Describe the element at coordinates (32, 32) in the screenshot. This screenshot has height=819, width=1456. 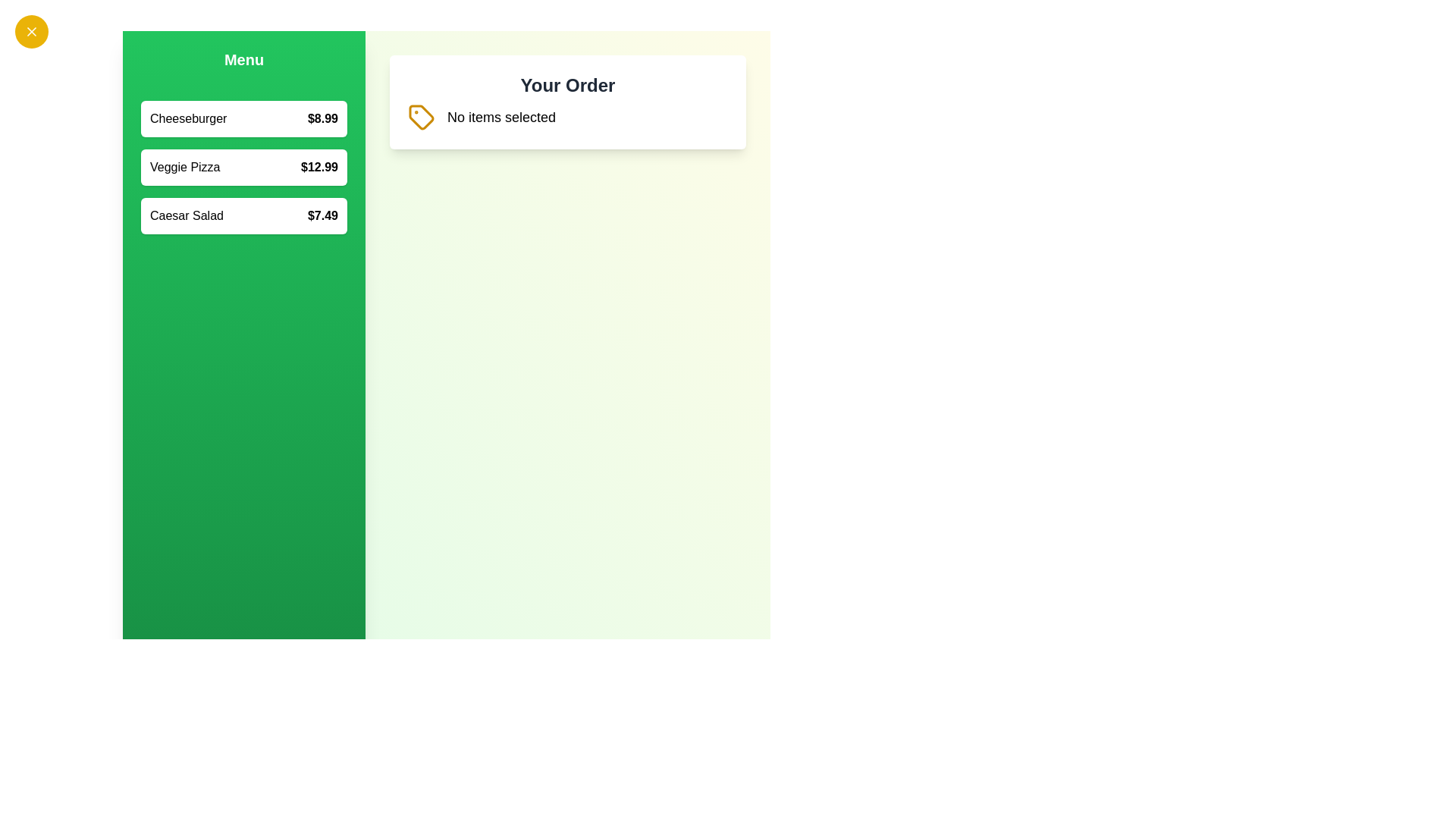
I see `the toggle button in the top-left corner to change the drawer's state` at that location.